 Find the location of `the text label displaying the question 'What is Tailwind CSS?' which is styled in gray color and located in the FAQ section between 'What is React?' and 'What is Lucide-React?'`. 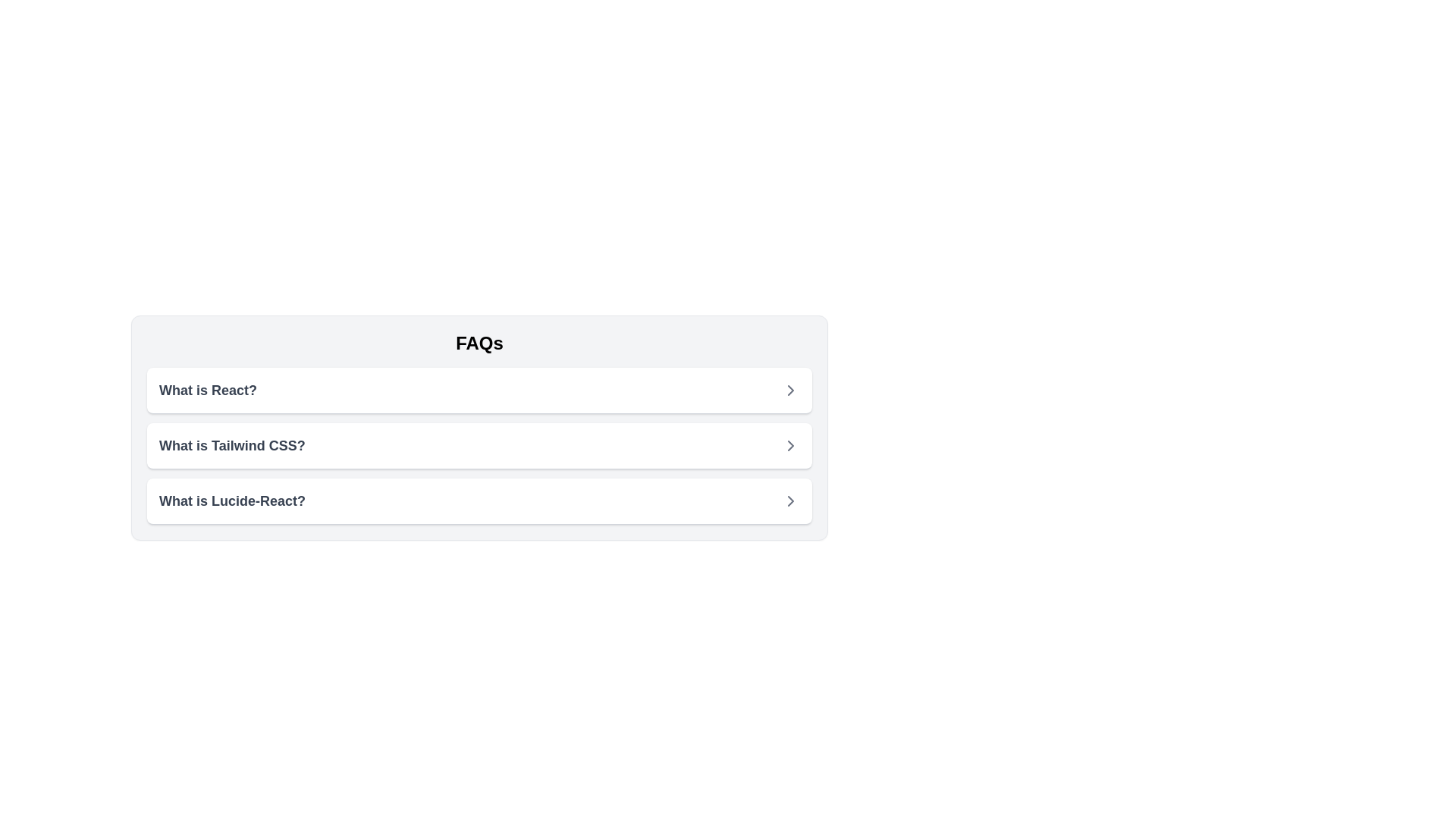

the text label displaying the question 'What is Tailwind CSS?' which is styled in gray color and located in the FAQ section between 'What is React?' and 'What is Lucide-React?' is located at coordinates (231, 444).